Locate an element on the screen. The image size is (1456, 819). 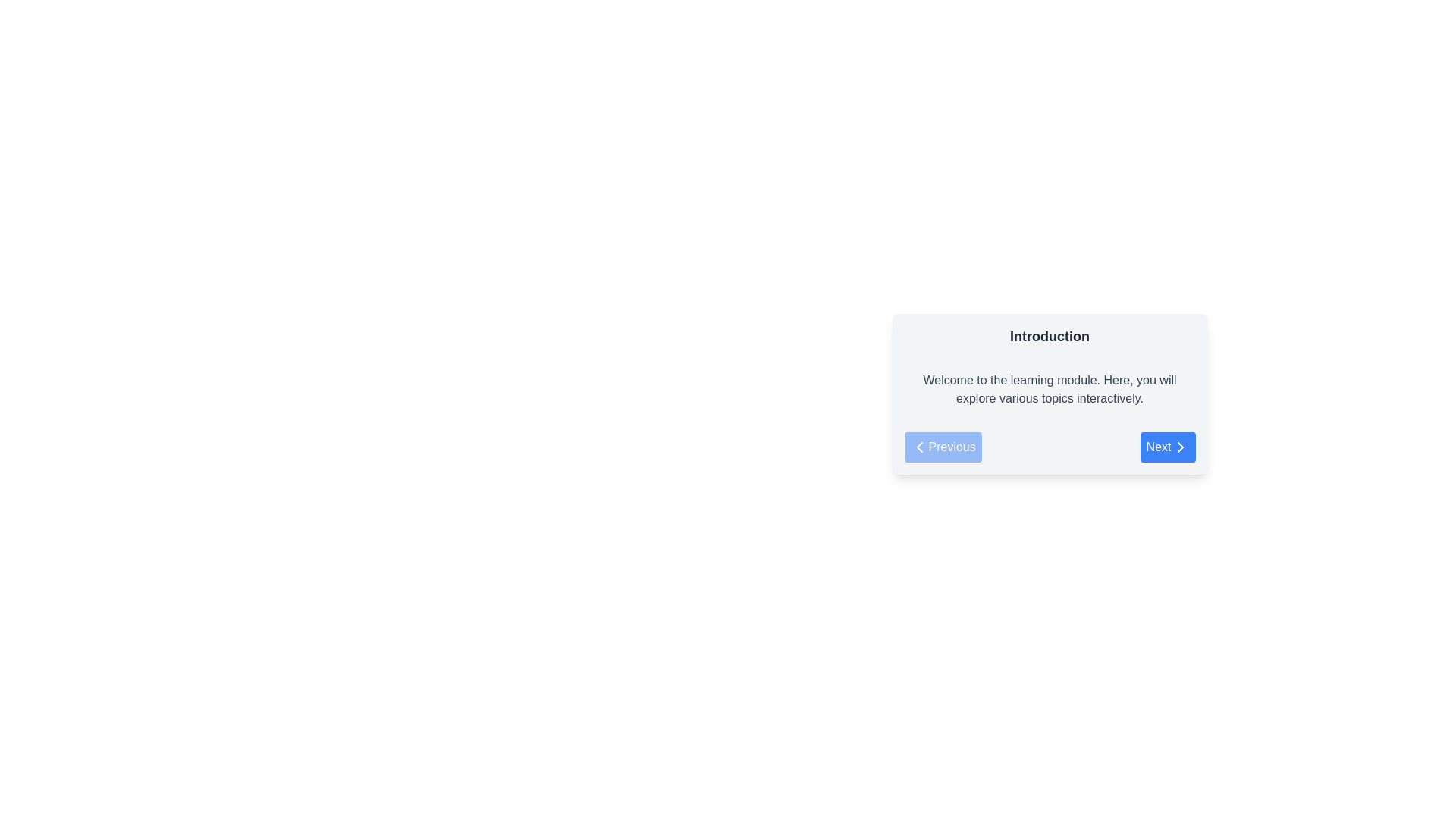
the 'Previous' button, which is a rectangular button with rounded corners, blue background, and white text, located in the bottom section of a card is located at coordinates (942, 447).